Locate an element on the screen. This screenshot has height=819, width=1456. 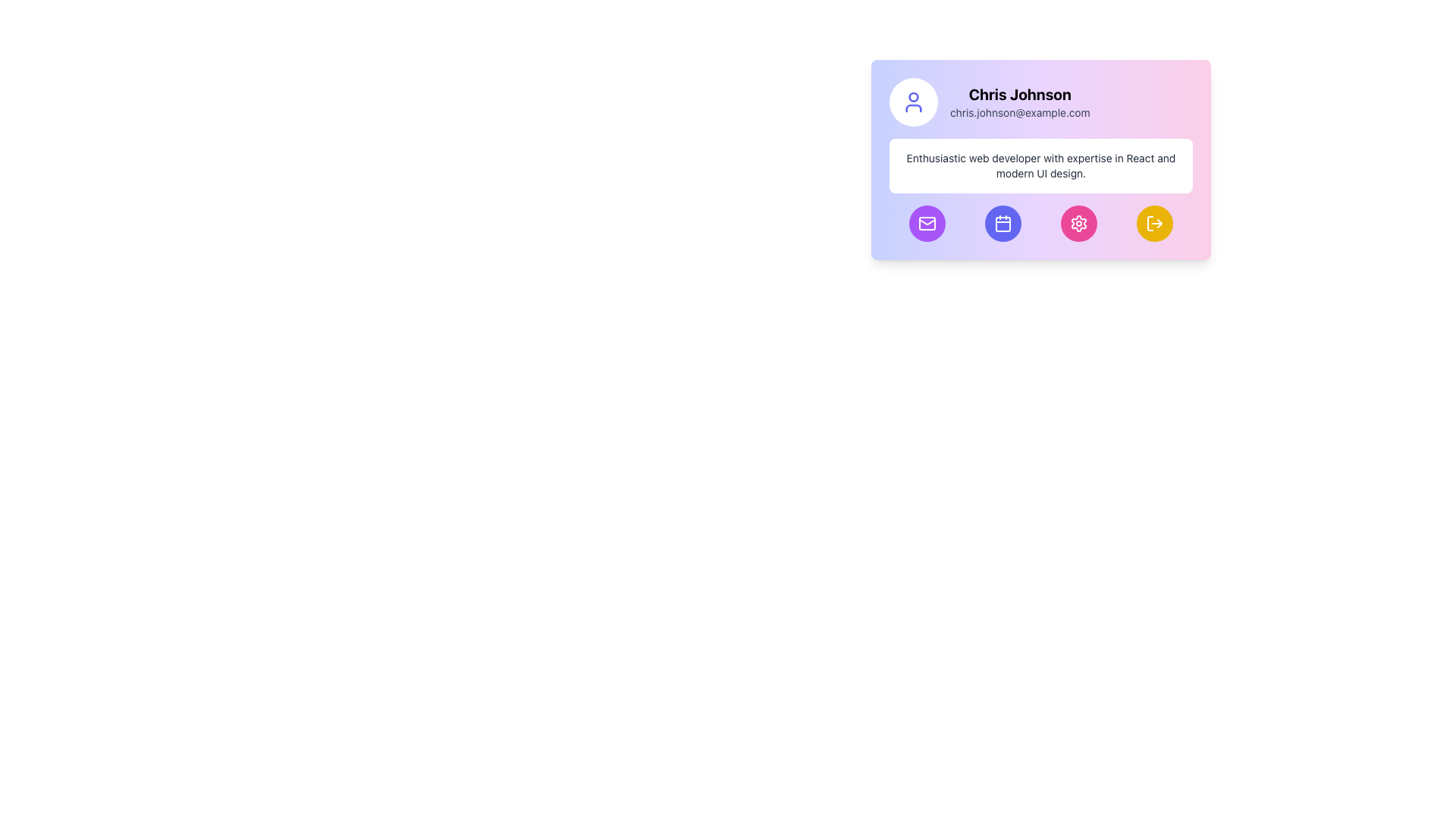
the text label displaying 'Enthusiastic web developer with expertise in React and modern UI design.' located beneath the header 'Chris Johnson' is located at coordinates (1040, 166).